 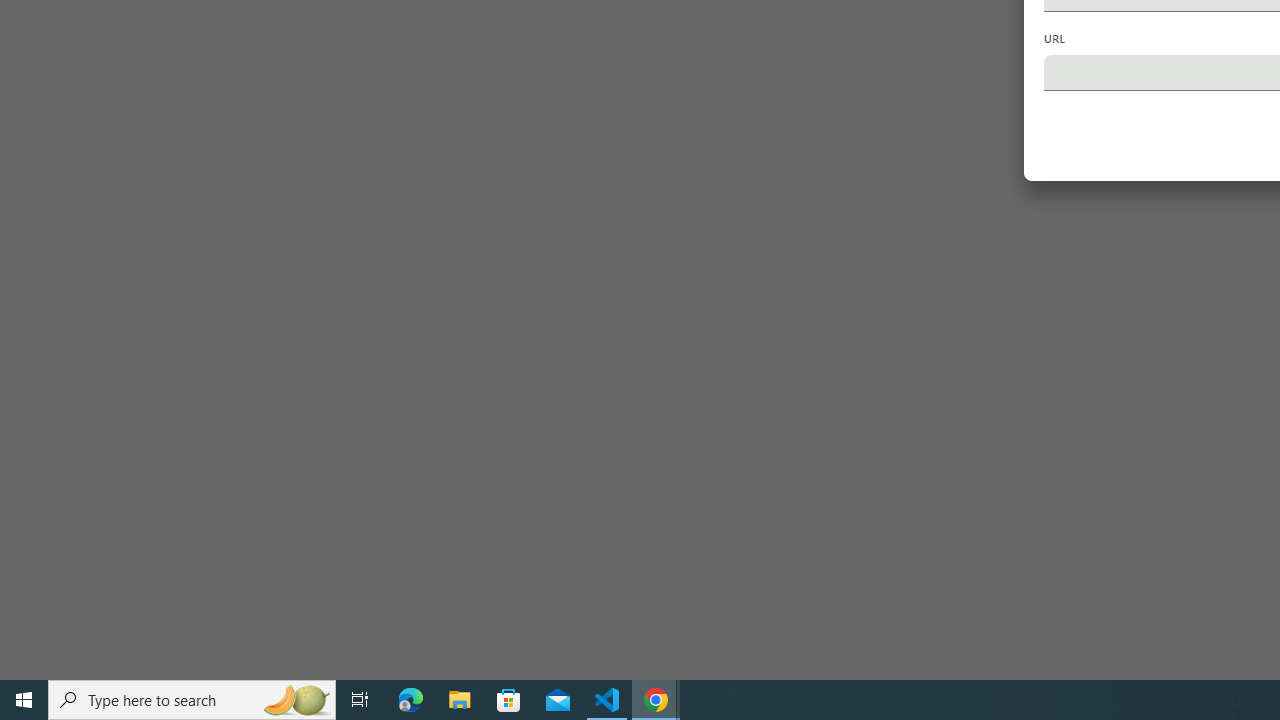 I want to click on 'Google Chrome - 2 running windows', so click(x=656, y=698).